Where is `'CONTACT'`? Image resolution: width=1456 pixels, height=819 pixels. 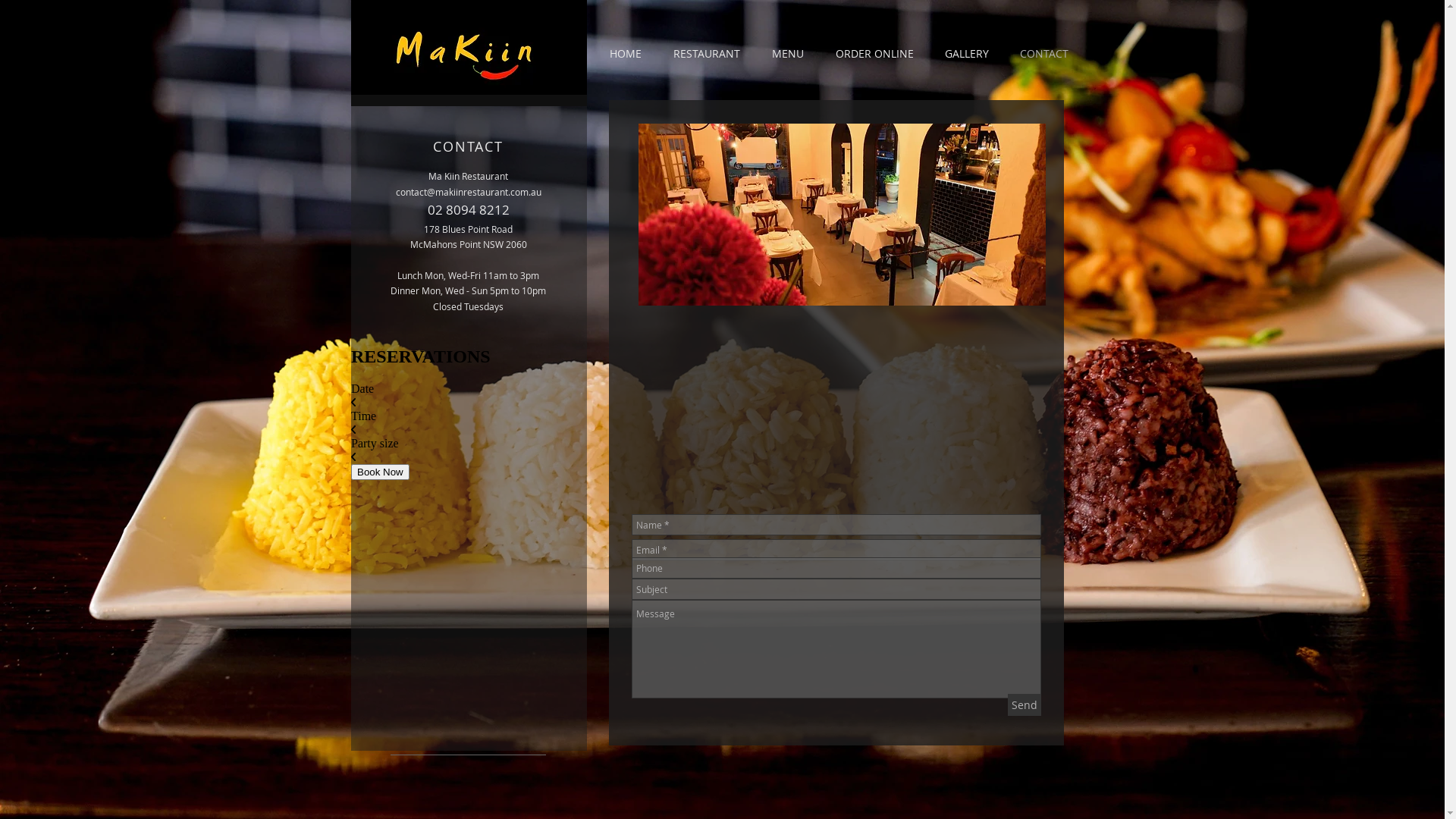
'CONTACT' is located at coordinates (1043, 52).